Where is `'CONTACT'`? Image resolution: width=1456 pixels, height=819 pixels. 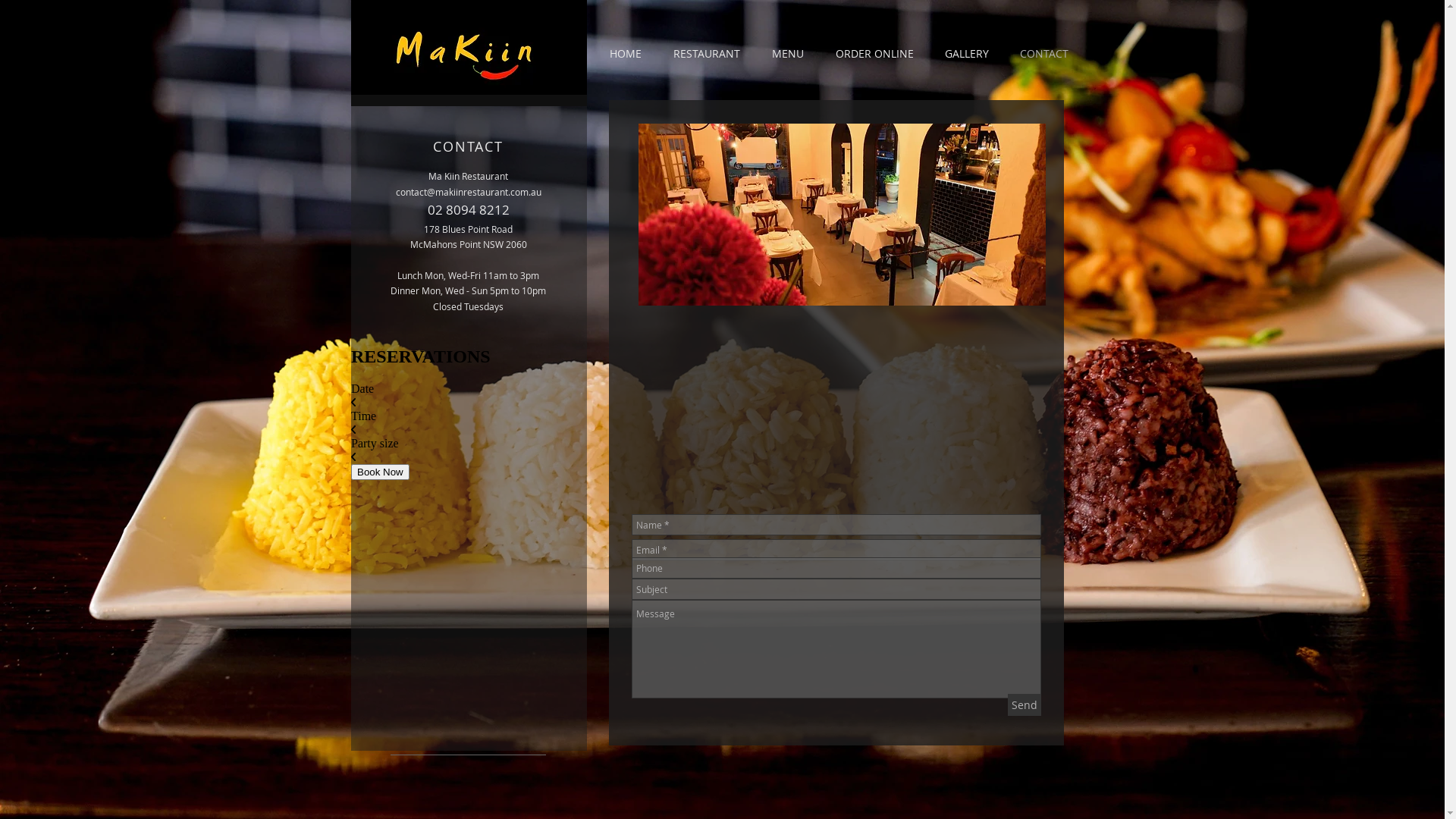
'CONTACT' is located at coordinates (1043, 52).